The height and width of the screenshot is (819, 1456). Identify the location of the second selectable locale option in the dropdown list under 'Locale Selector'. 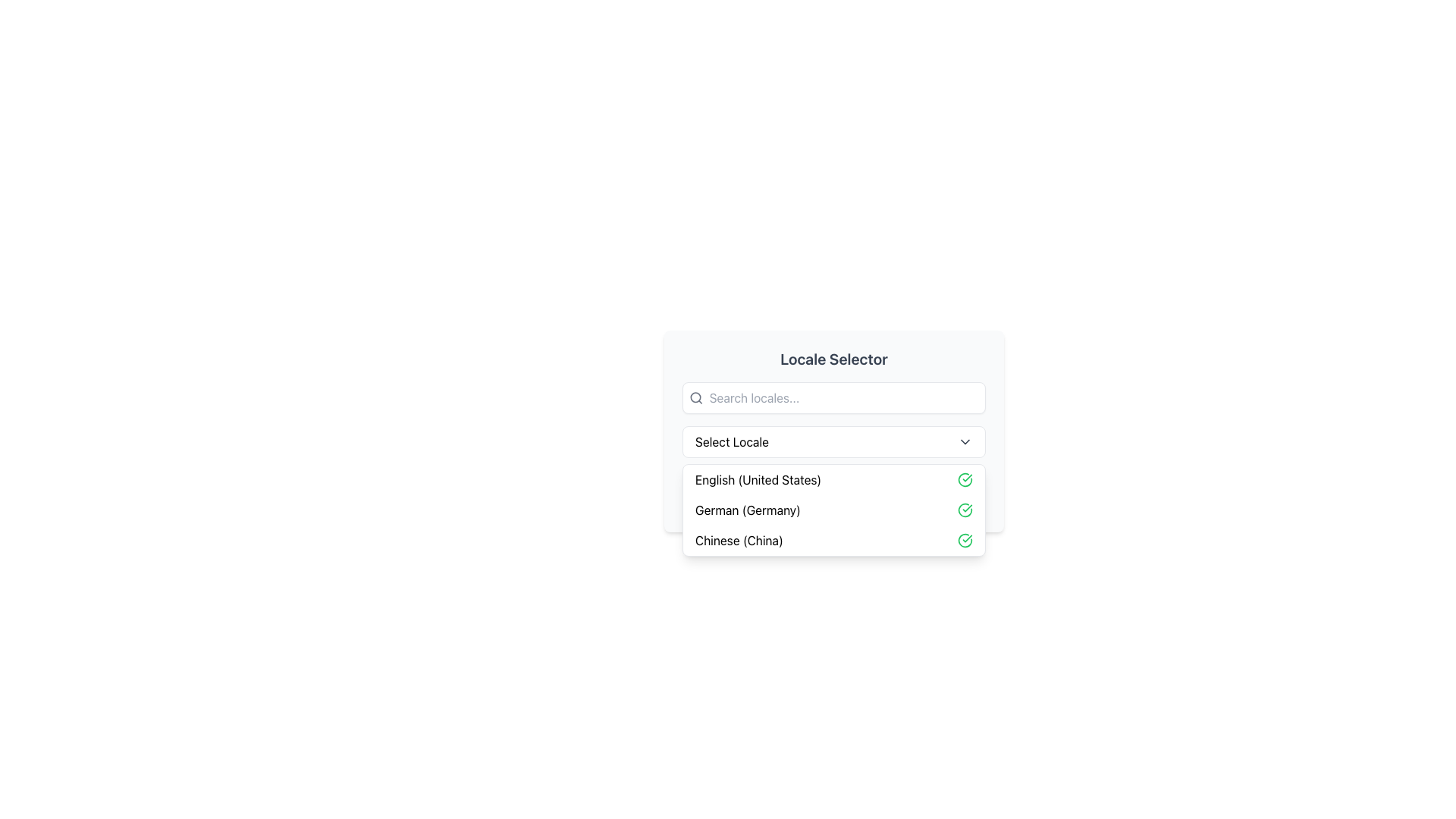
(833, 510).